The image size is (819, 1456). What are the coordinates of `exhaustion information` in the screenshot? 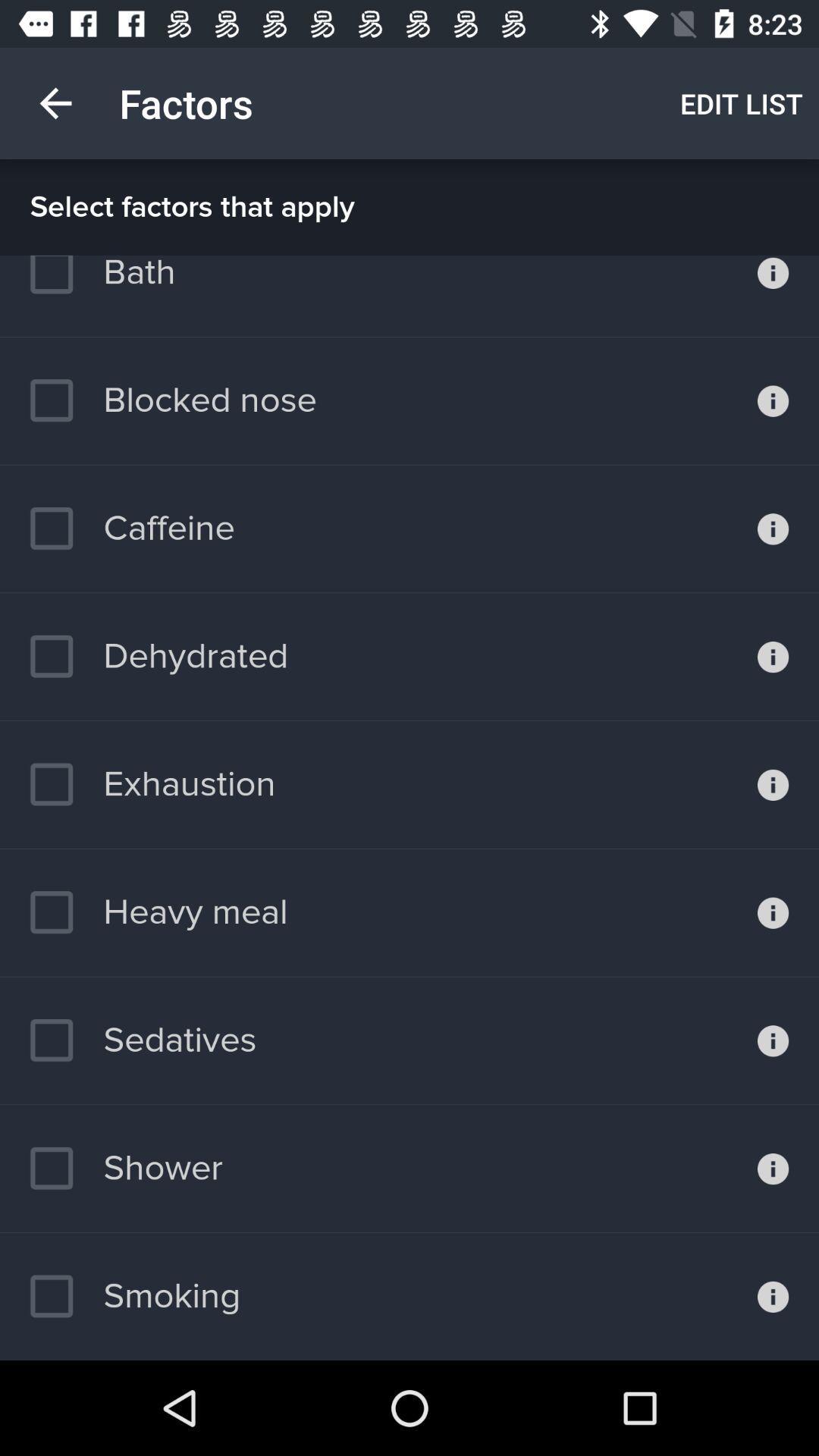 It's located at (773, 785).